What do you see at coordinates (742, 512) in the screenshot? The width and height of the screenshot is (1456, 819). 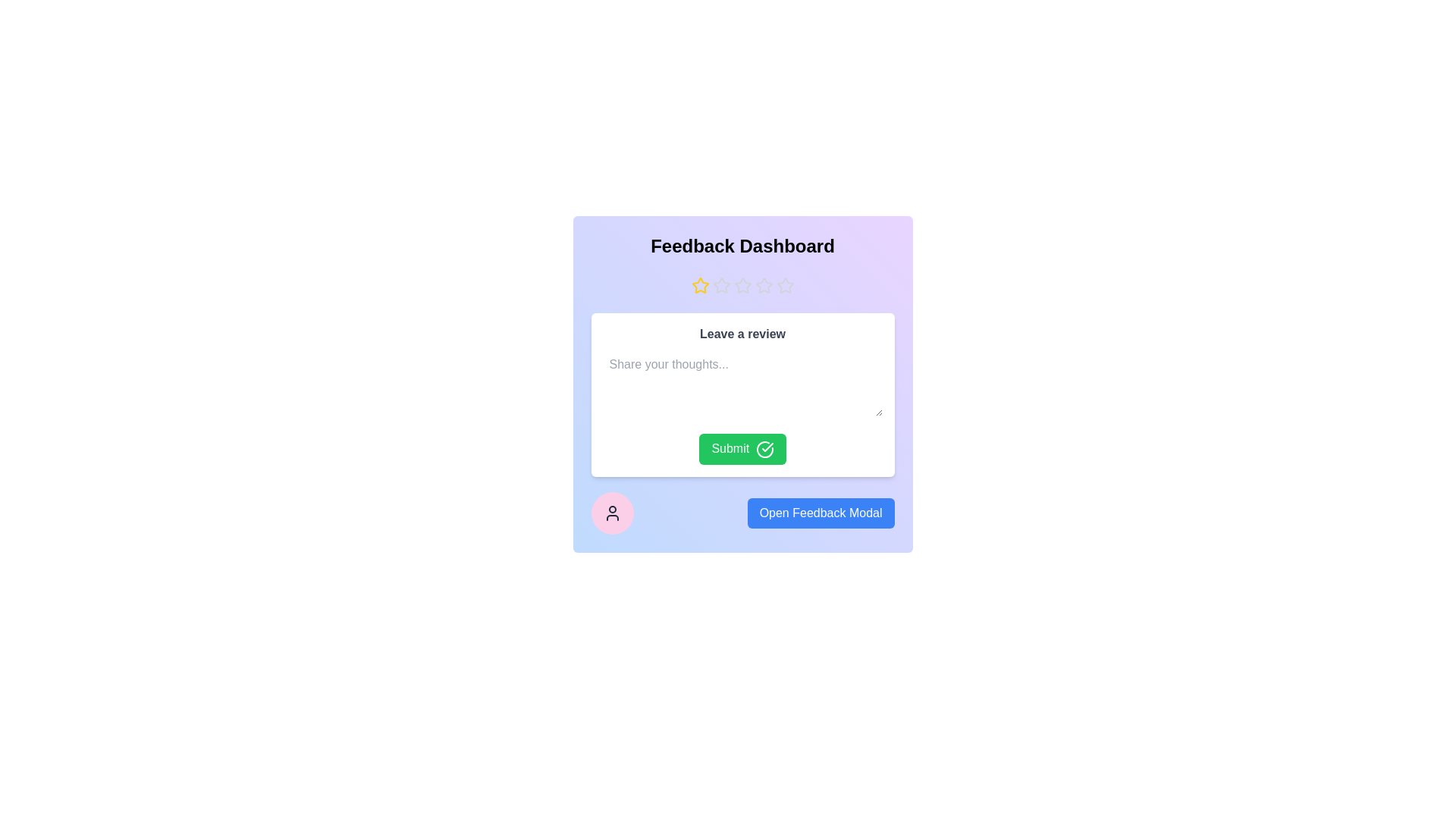 I see `the button labeled 'Open Feedback Modal' with a bright blue background` at bounding box center [742, 512].